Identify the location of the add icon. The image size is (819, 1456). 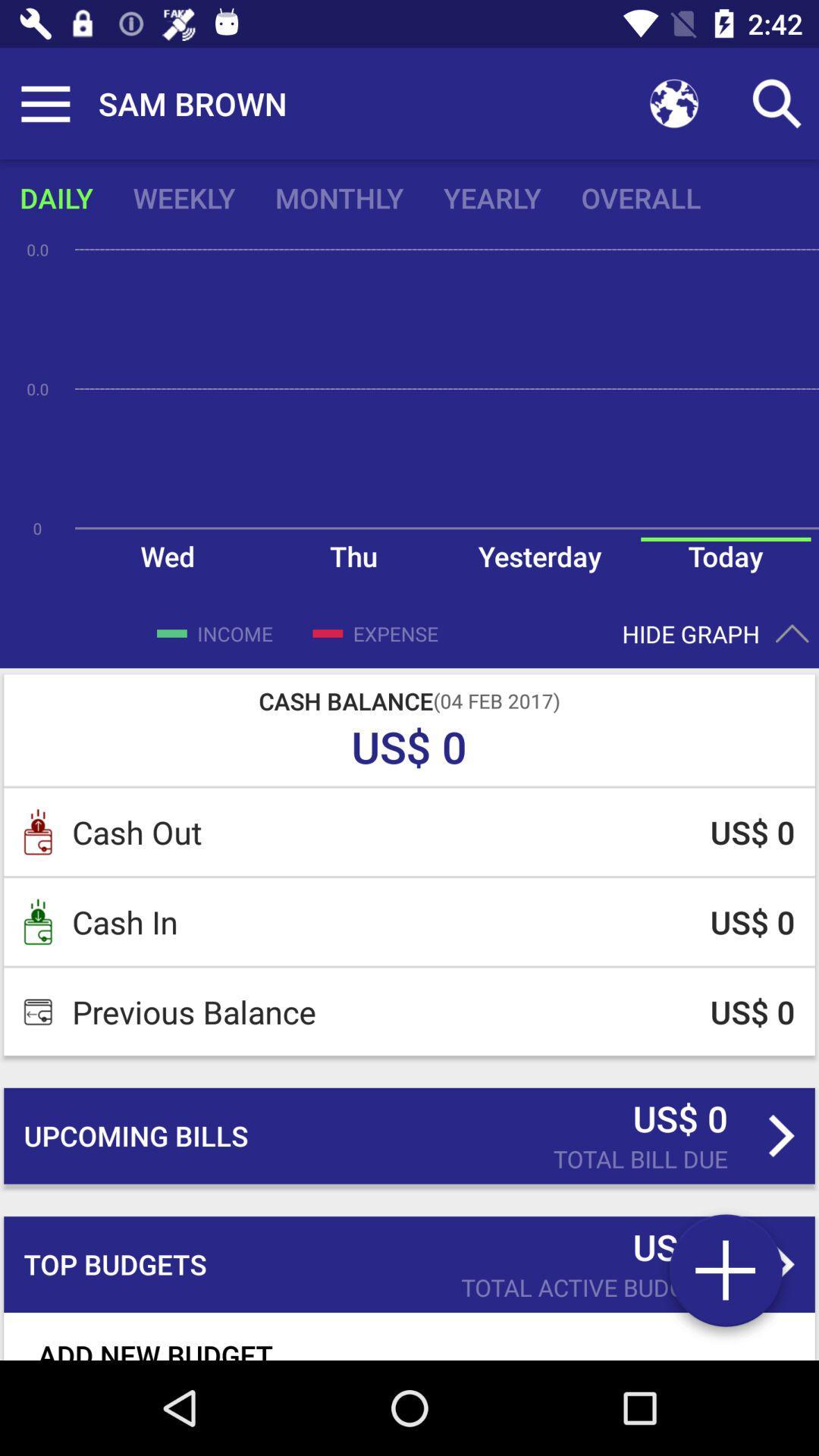
(724, 1276).